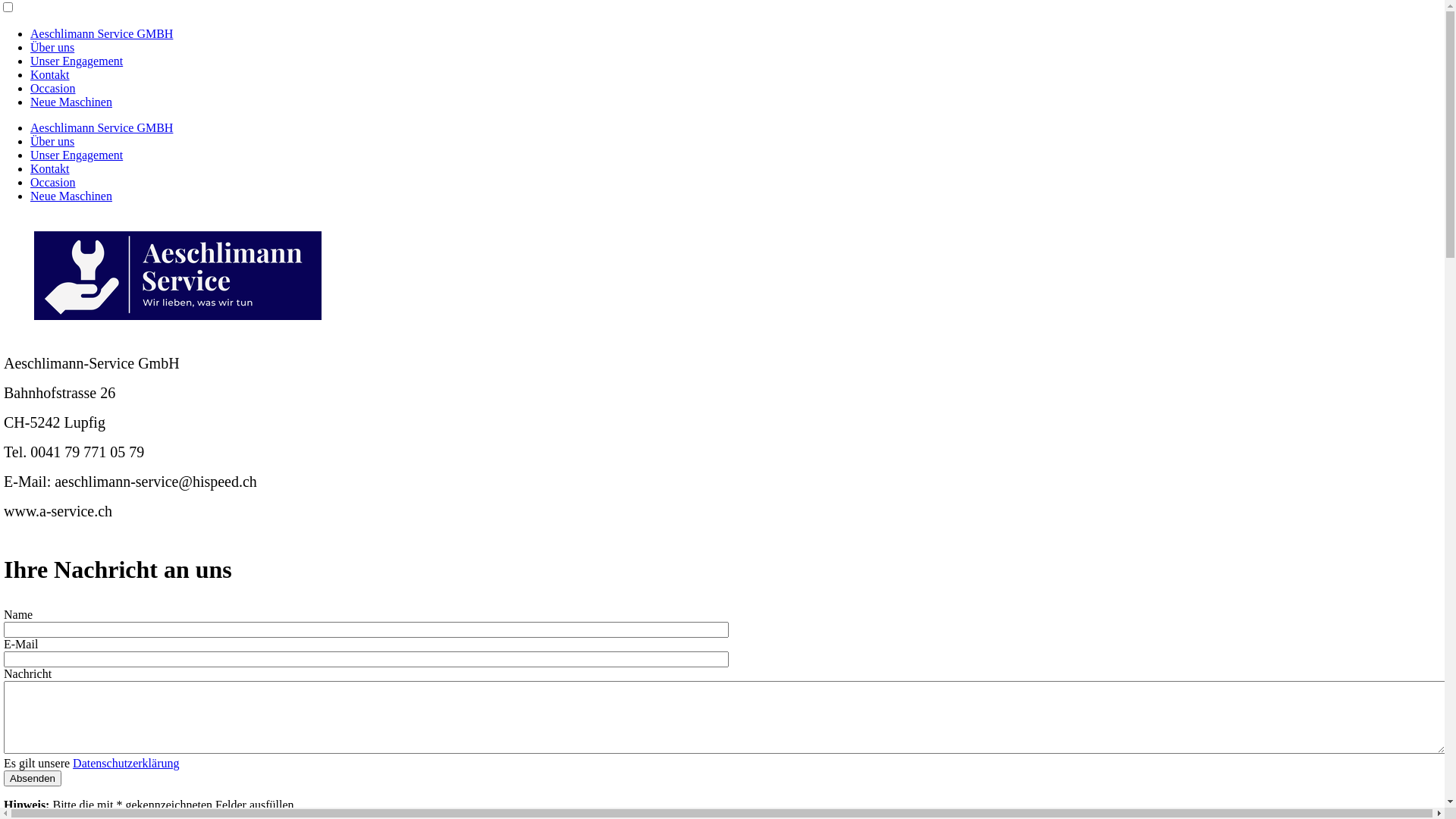  I want to click on 'Neue Maschinen', so click(71, 102).